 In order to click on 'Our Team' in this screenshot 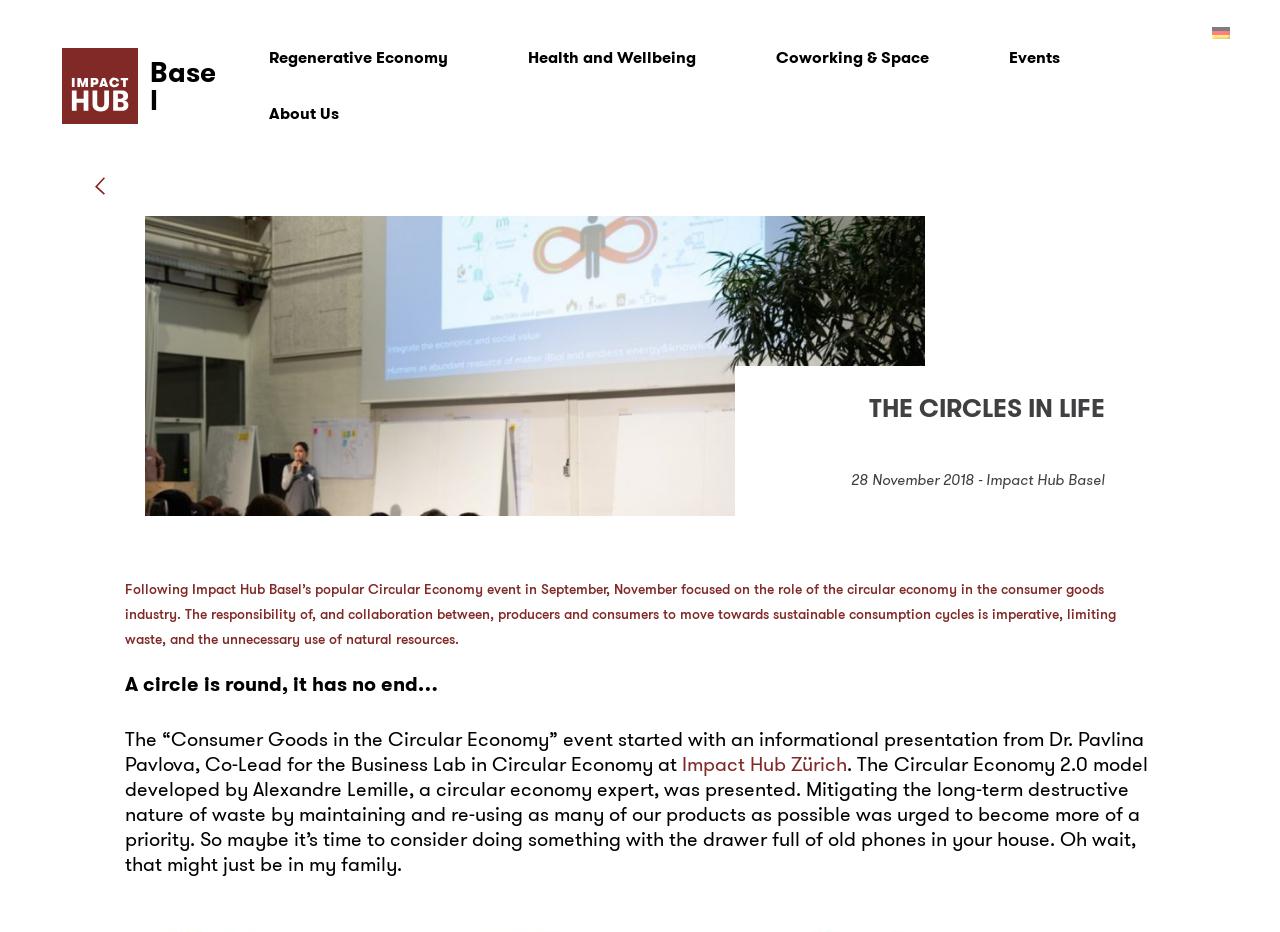, I will do `click(301, 168)`.